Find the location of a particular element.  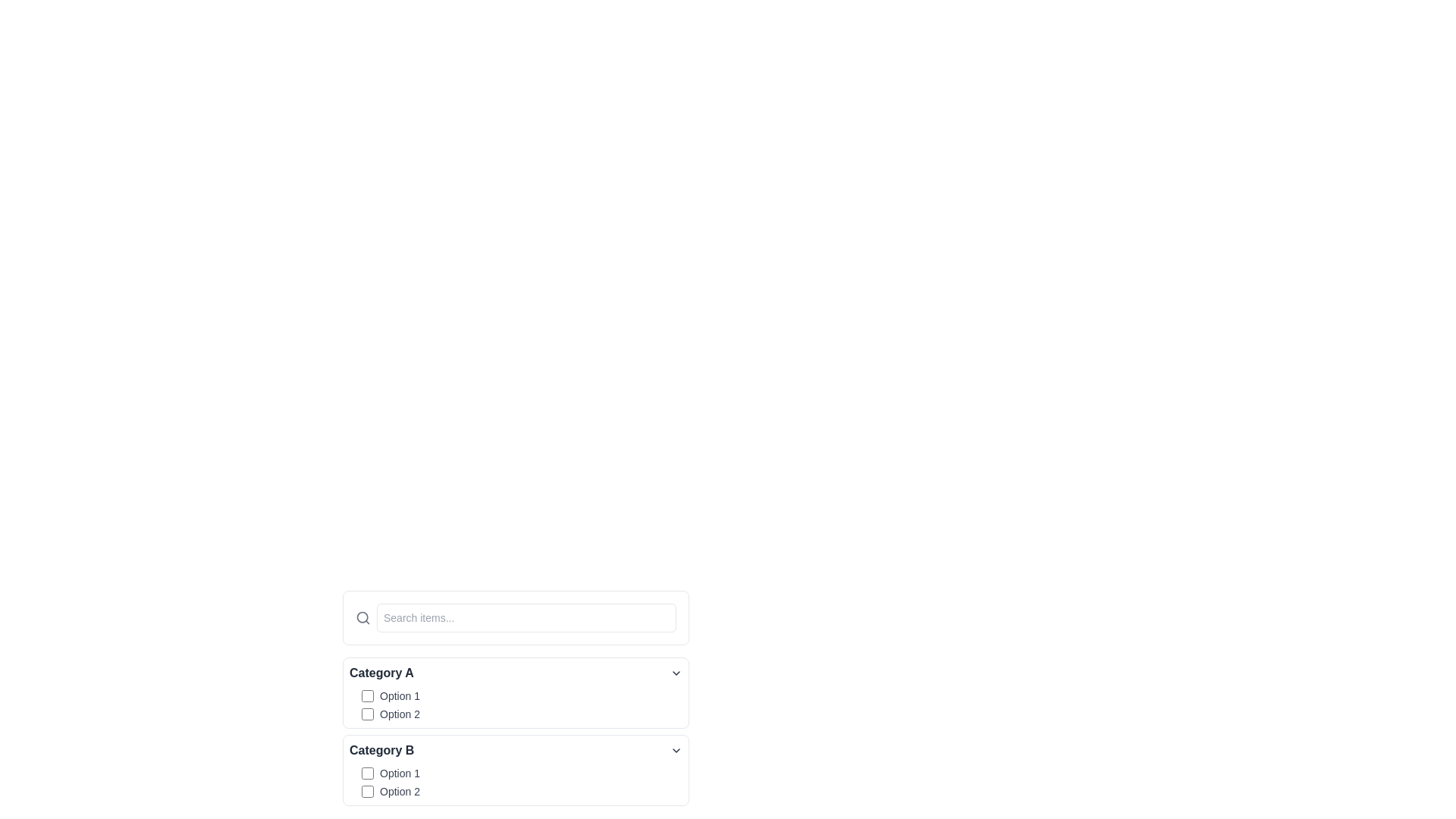

the first checkbox labeled 'Option 1' under the 'Category B' section is located at coordinates (367, 773).